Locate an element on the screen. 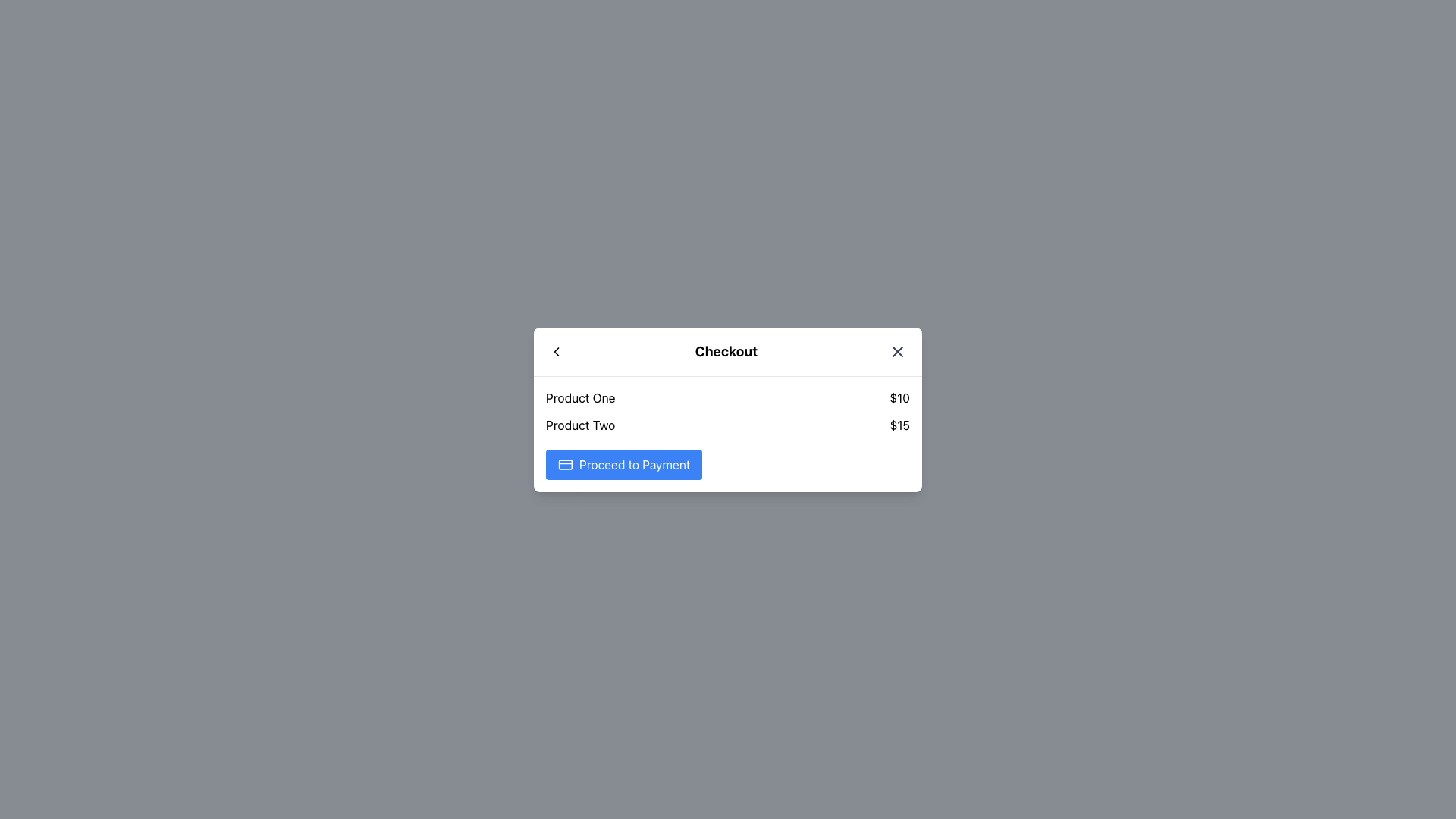 The width and height of the screenshot is (1456, 819). the price display for 'Product One' located under the 'Checkout' header, aligned horizontally with 'Product One' and to its far right is located at coordinates (899, 397).